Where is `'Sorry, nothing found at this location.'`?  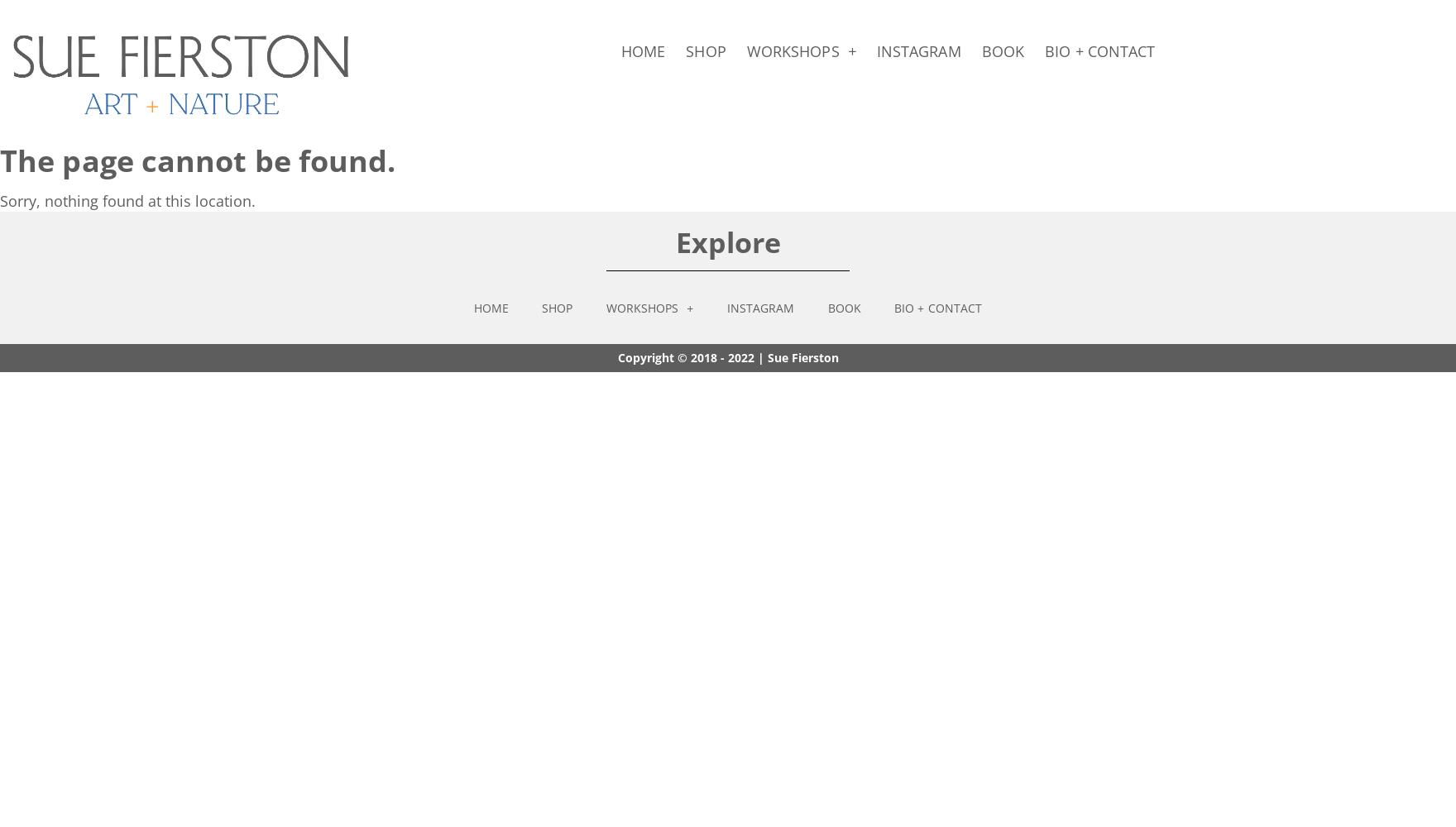
'Sorry, nothing found at this location.' is located at coordinates (127, 199).